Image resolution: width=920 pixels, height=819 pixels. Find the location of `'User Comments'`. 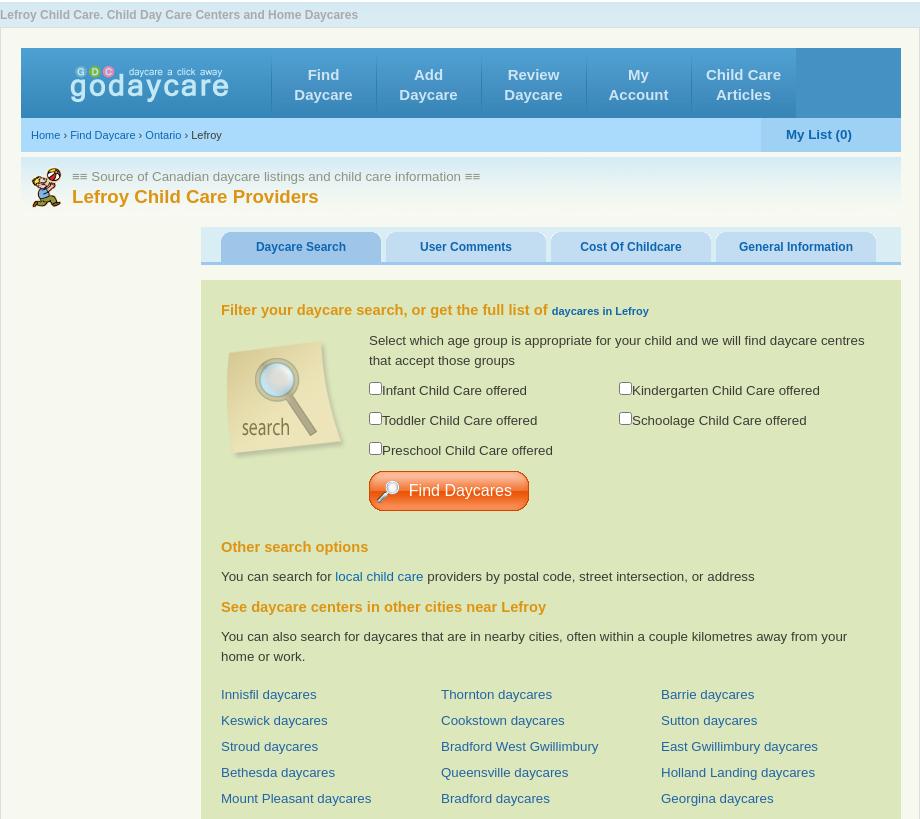

'User Comments' is located at coordinates (465, 246).